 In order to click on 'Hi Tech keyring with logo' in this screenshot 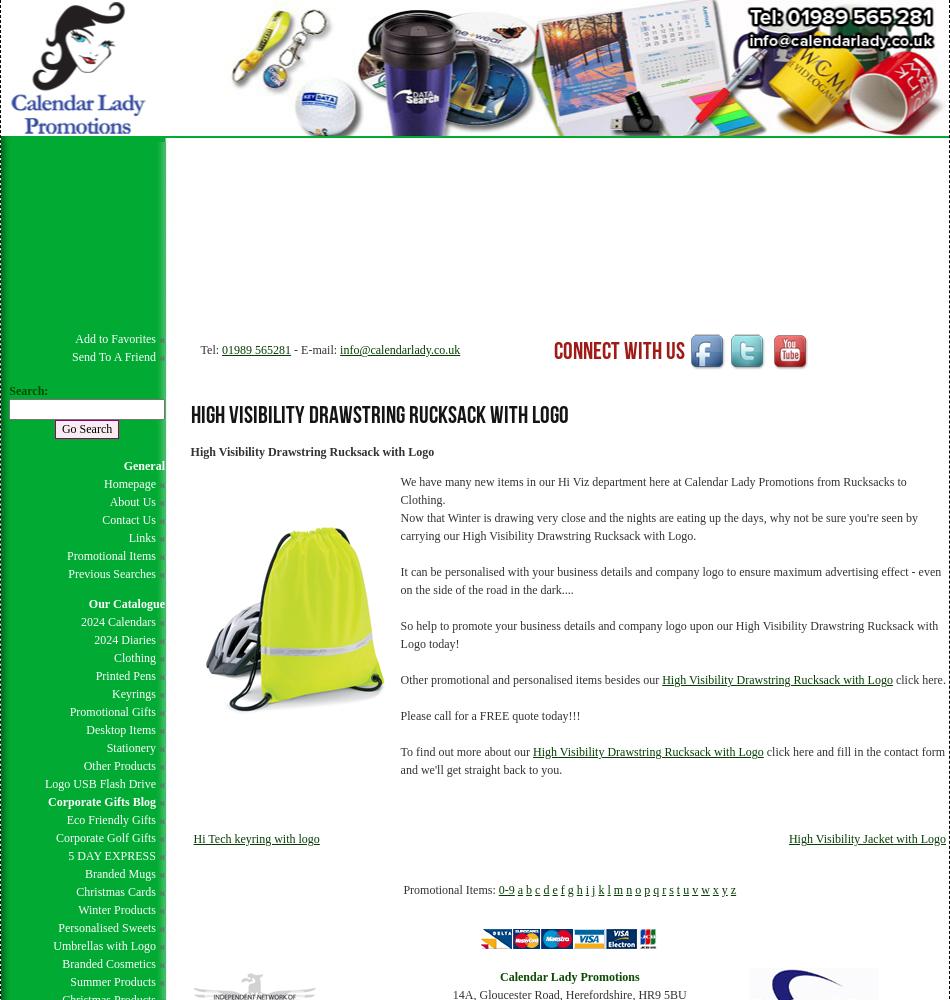, I will do `click(255, 838)`.